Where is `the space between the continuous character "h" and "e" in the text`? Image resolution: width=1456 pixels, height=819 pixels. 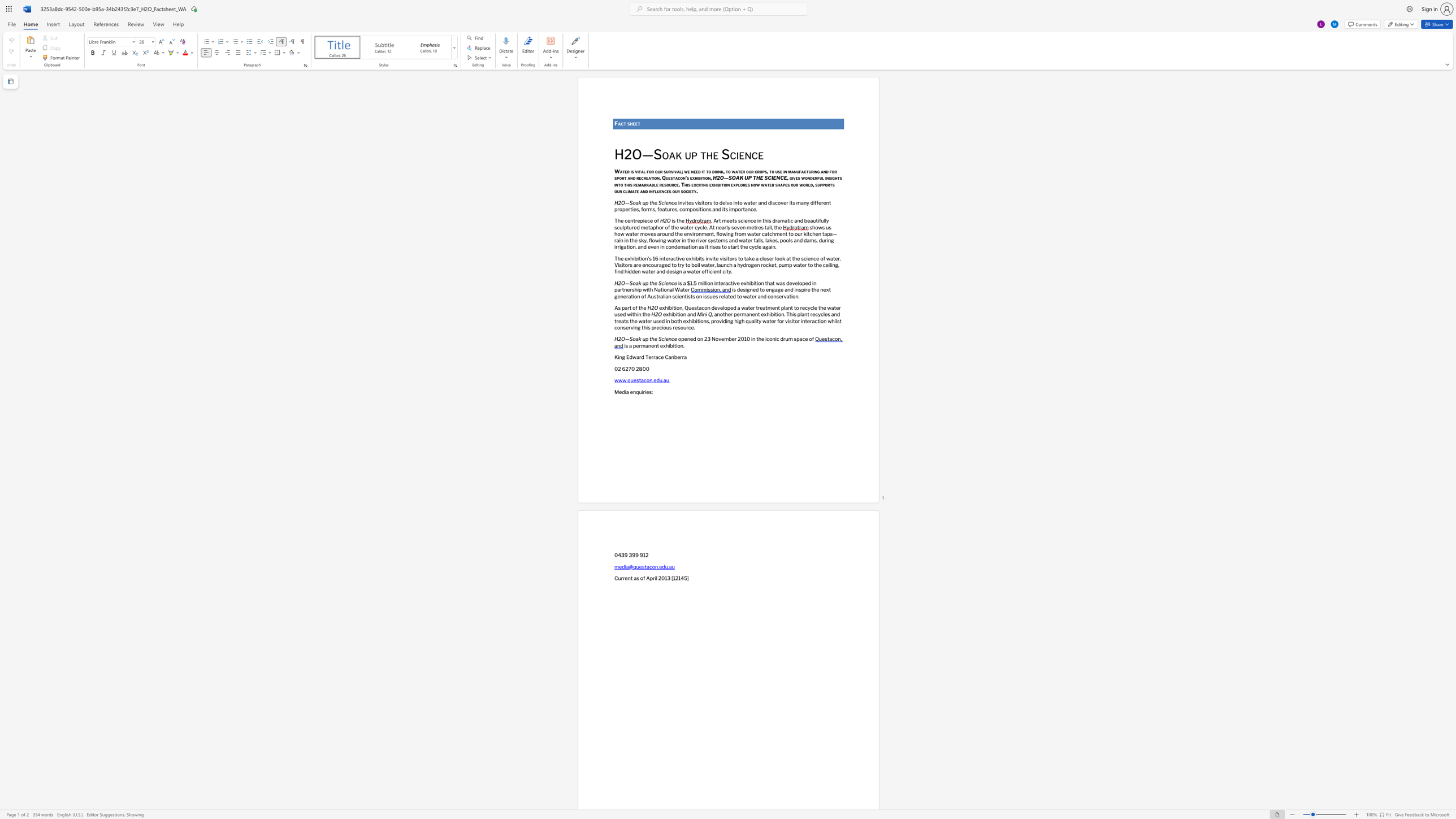 the space between the continuous character "h" and "e" in the text is located at coordinates (654, 202).